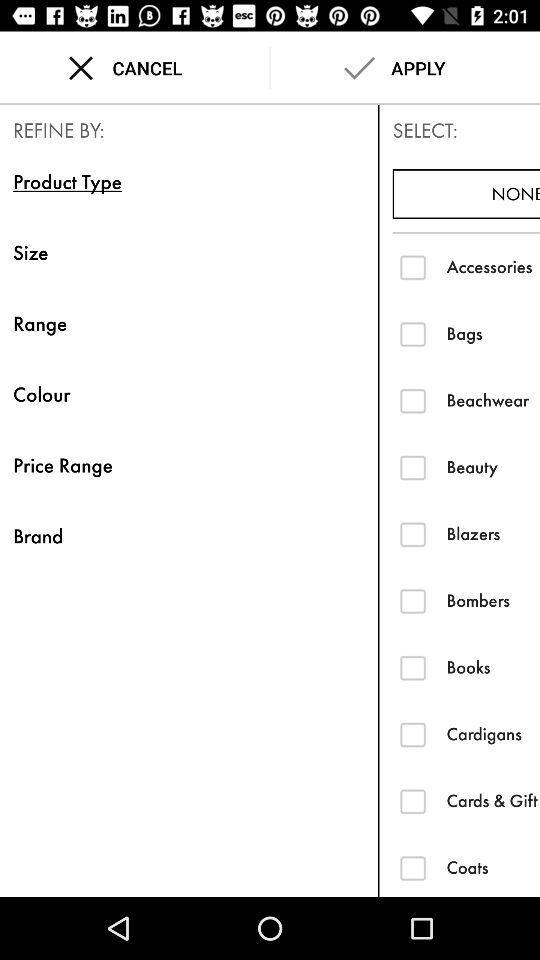 This screenshot has height=960, width=540. I want to click on bombers, so click(412, 600).